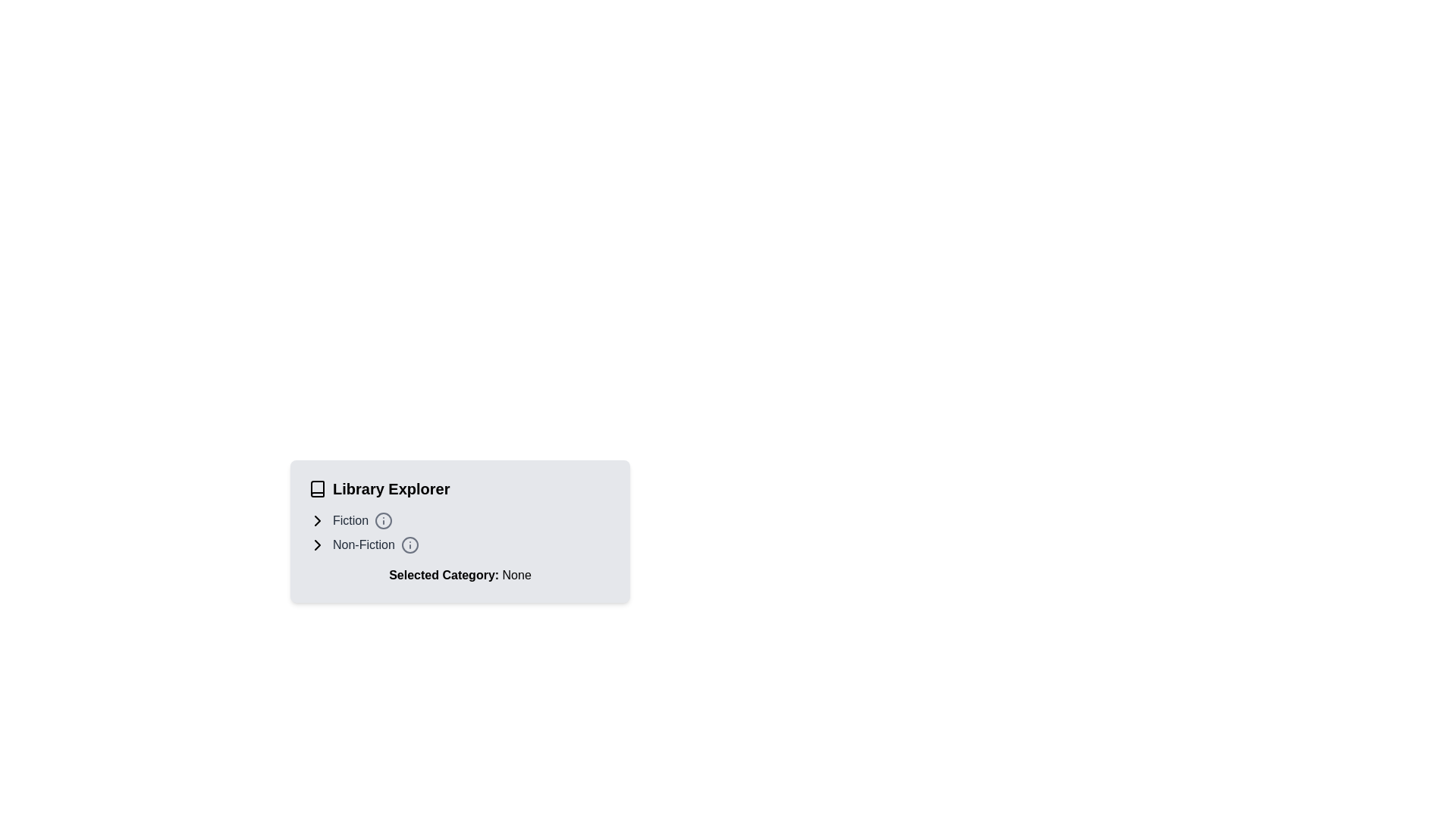 The width and height of the screenshot is (1456, 819). Describe the element at coordinates (409, 544) in the screenshot. I see `the SVG circle element that is part of the icon next to the text 'Non-Fiction' in the 'Library Explorer' panel` at that location.